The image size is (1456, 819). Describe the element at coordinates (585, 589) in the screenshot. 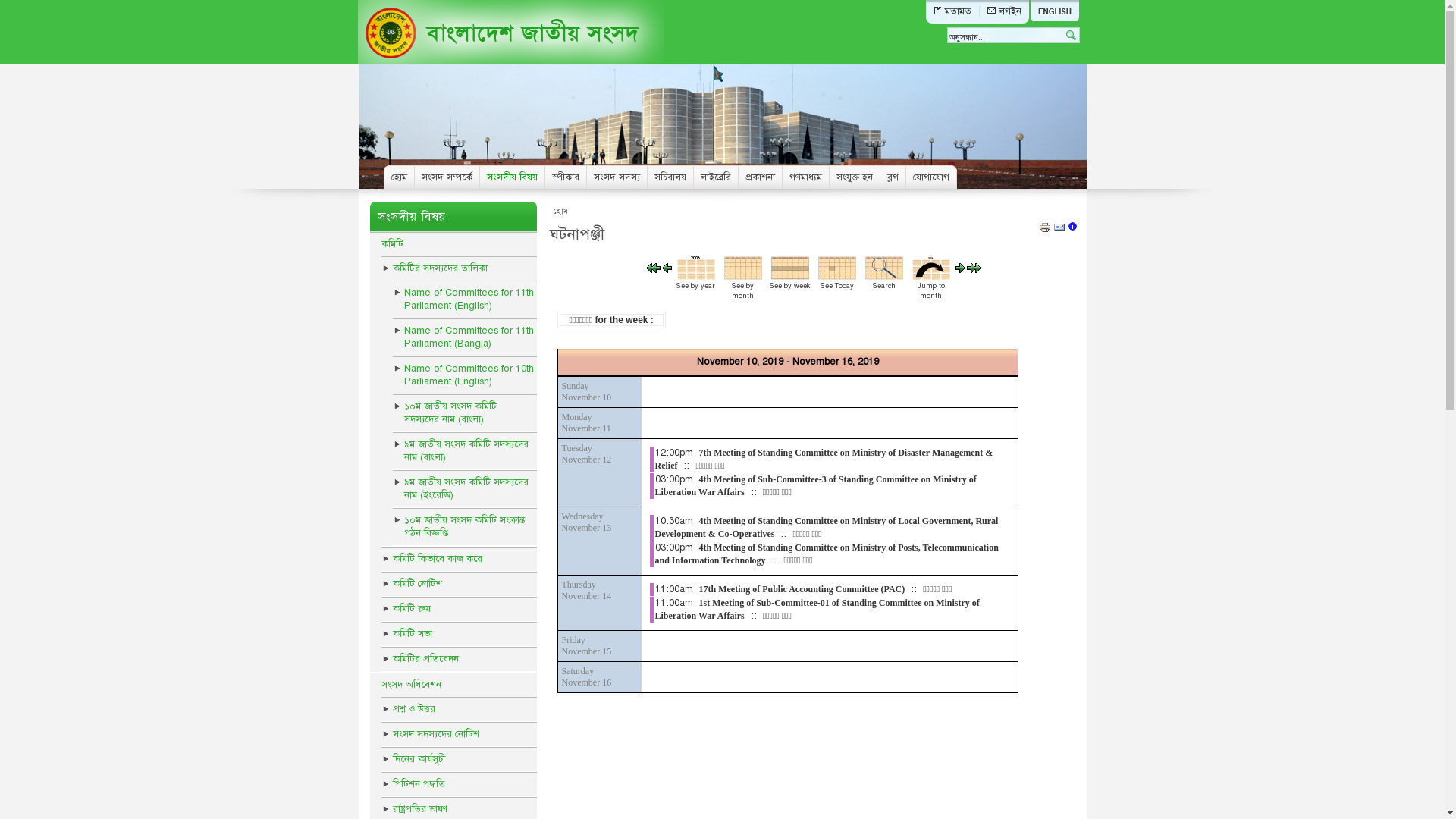

I see `'Thursday` at that location.